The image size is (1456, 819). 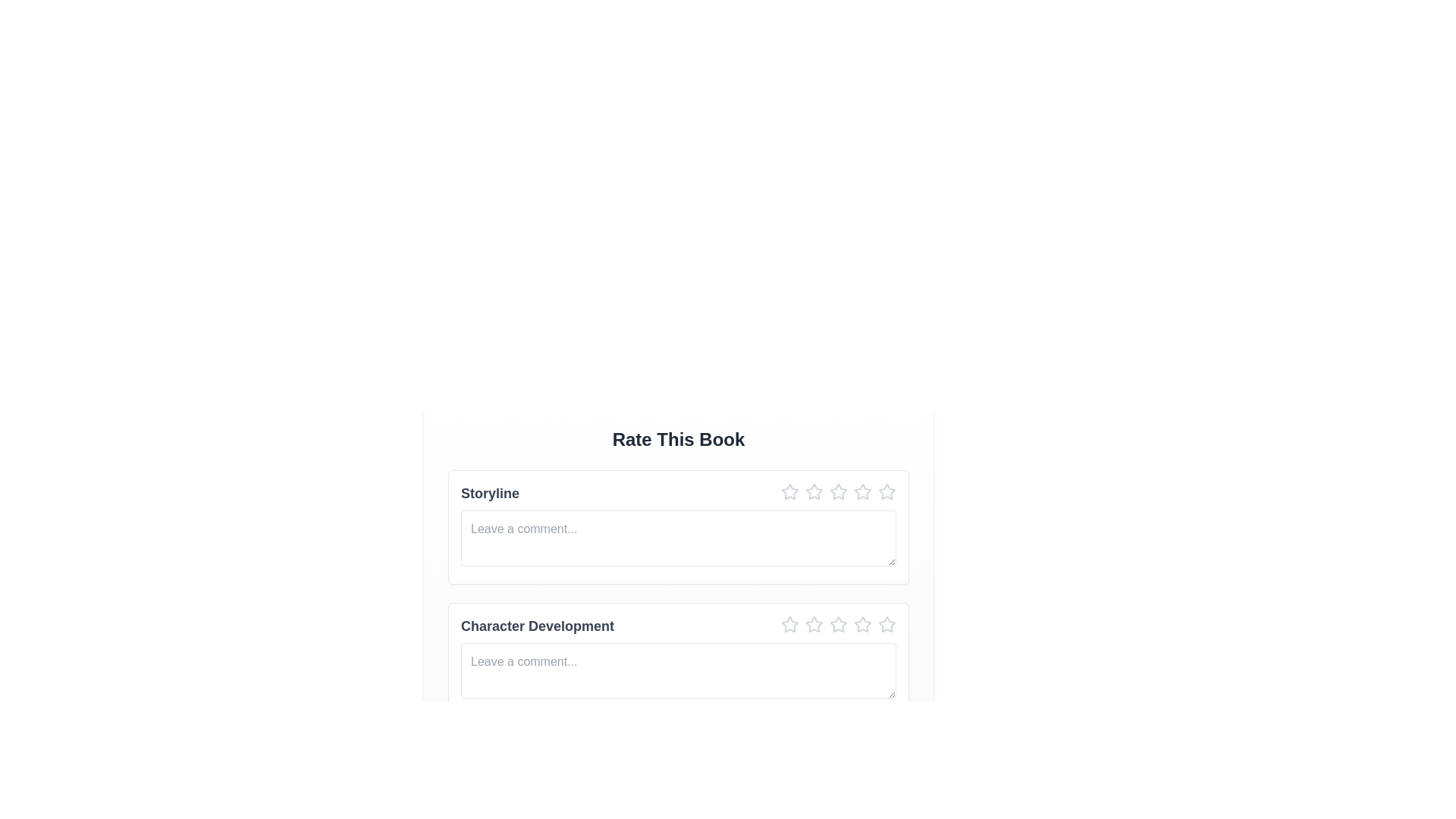 I want to click on the fifth star in the rating system under the 'Storyline' section, so click(x=887, y=491).